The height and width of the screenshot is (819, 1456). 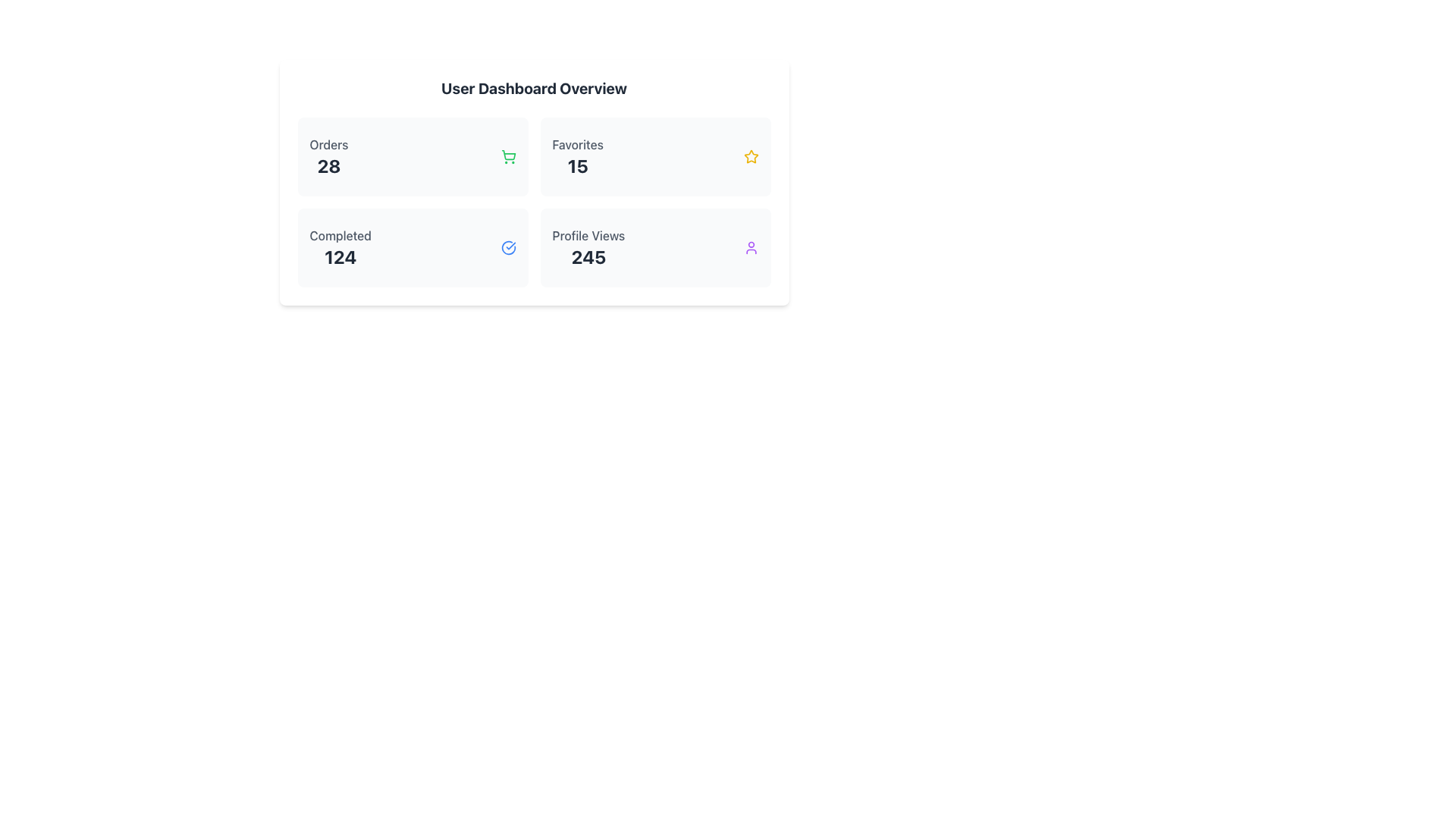 What do you see at coordinates (750, 155) in the screenshot?
I see `the star icon representing the 'Favorites' section of the dashboard, located adjacent to the 'Favorites' label and aligned with the 'Profile Views' metric` at bounding box center [750, 155].